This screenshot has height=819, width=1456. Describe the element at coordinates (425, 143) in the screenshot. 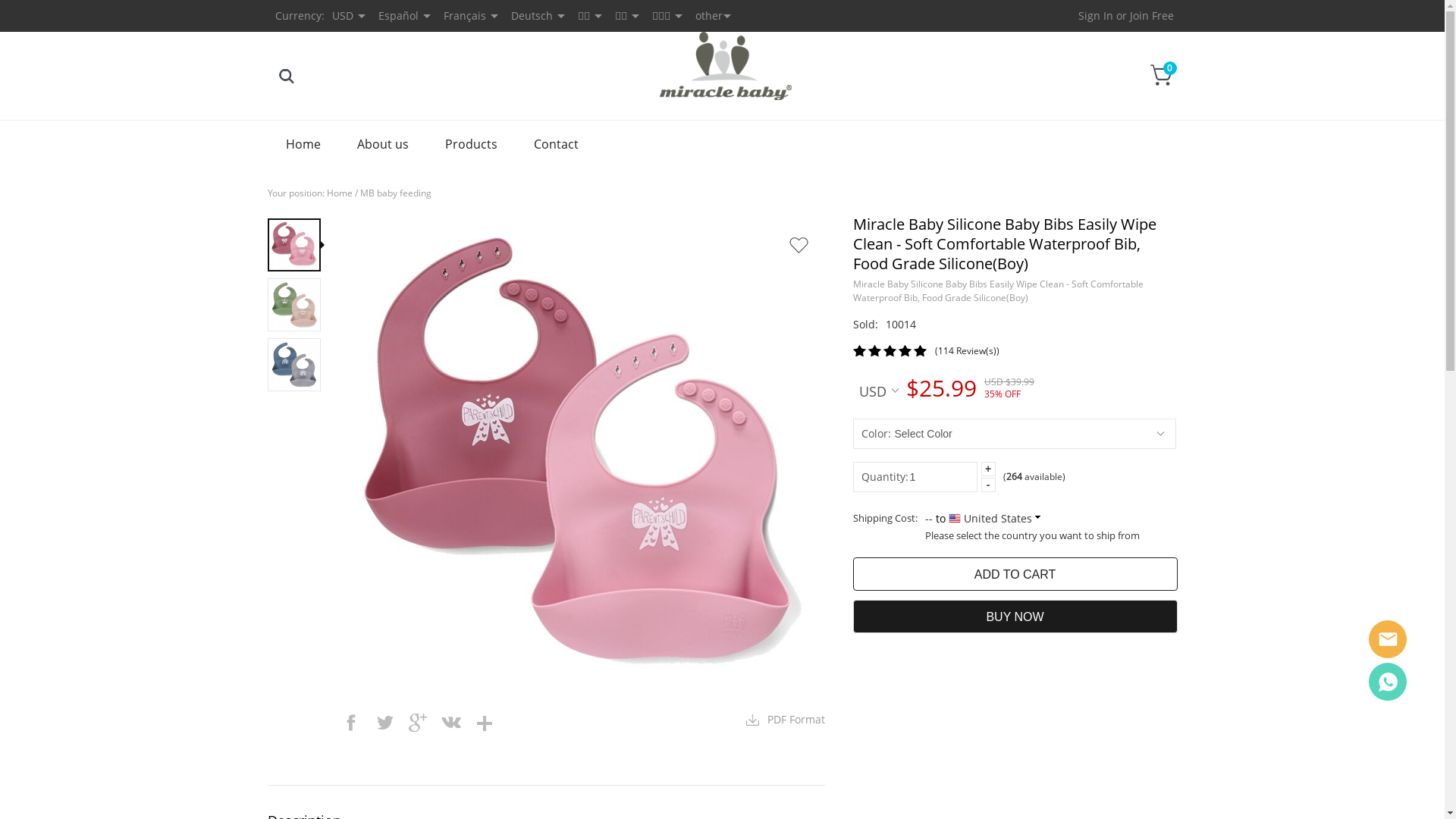

I see `'Products'` at that location.